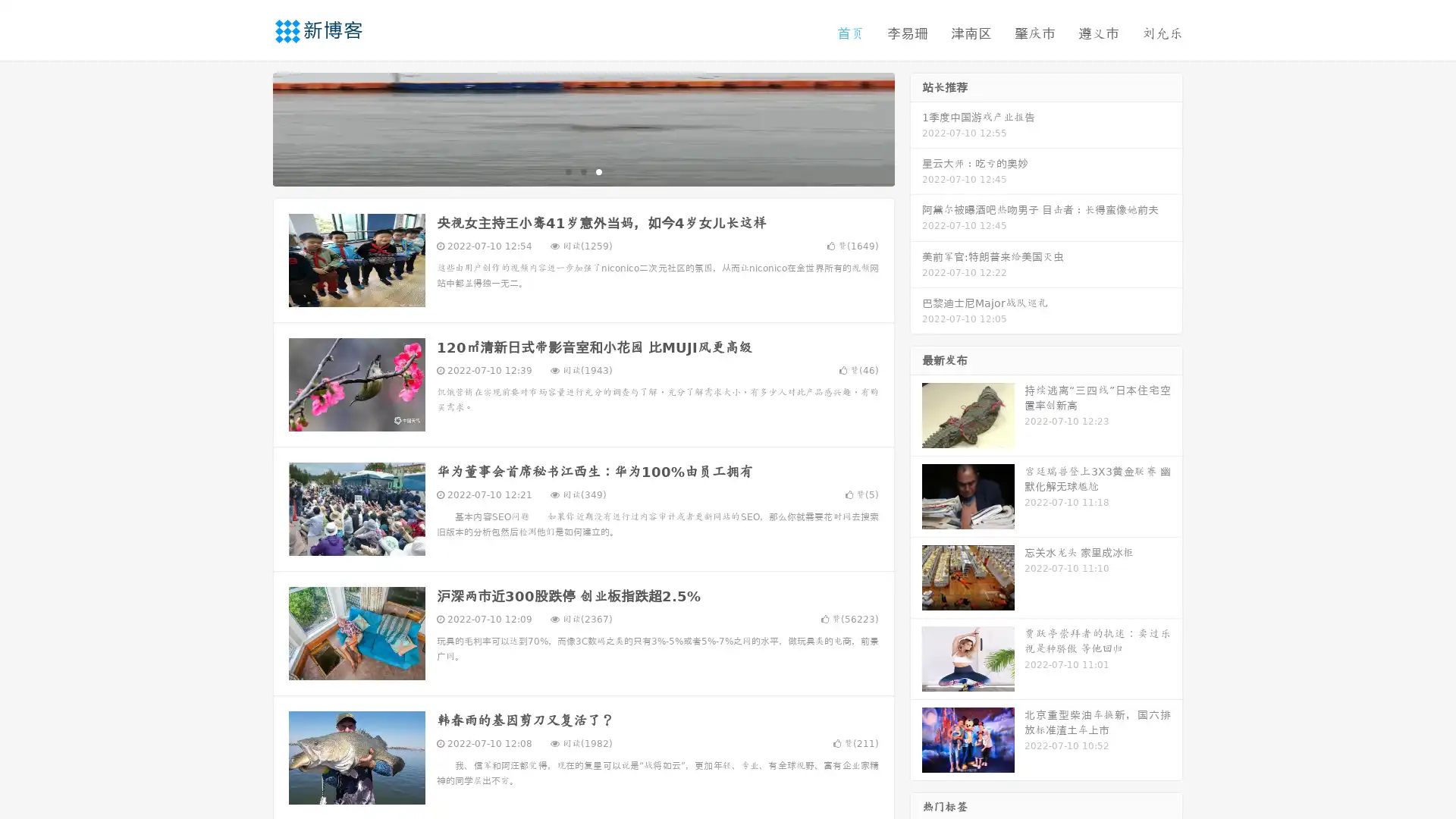 Image resolution: width=1456 pixels, height=819 pixels. What do you see at coordinates (567, 171) in the screenshot?
I see `Go to slide 1` at bounding box center [567, 171].